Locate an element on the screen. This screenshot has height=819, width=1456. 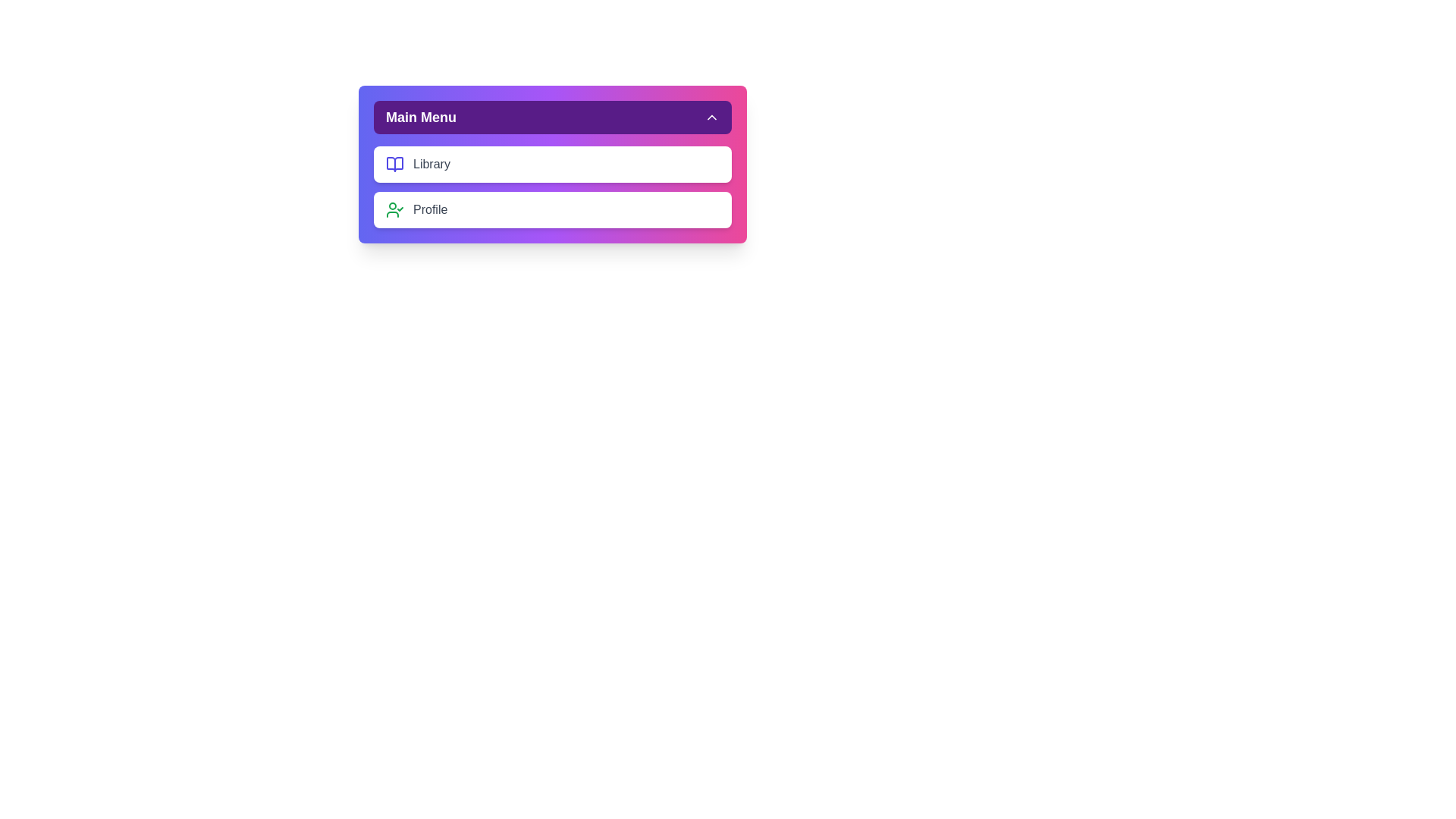
the 'Profile' text label in the vertical menu, which is located below the 'Library' menu item and to the right of the user profile icon is located at coordinates (429, 210).